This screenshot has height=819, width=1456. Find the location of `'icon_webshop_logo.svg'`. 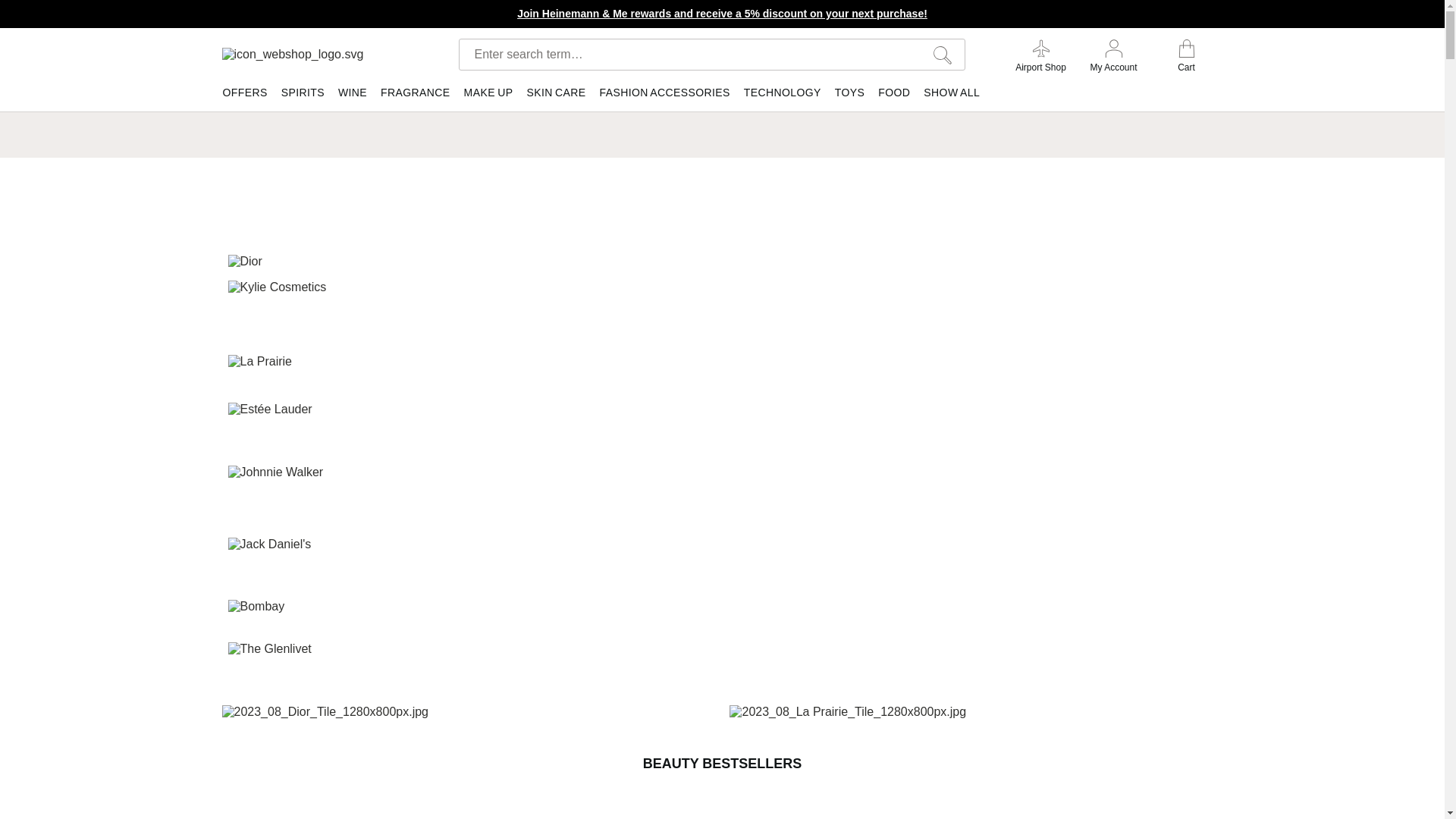

'icon_webshop_logo.svg' is located at coordinates (320, 54).